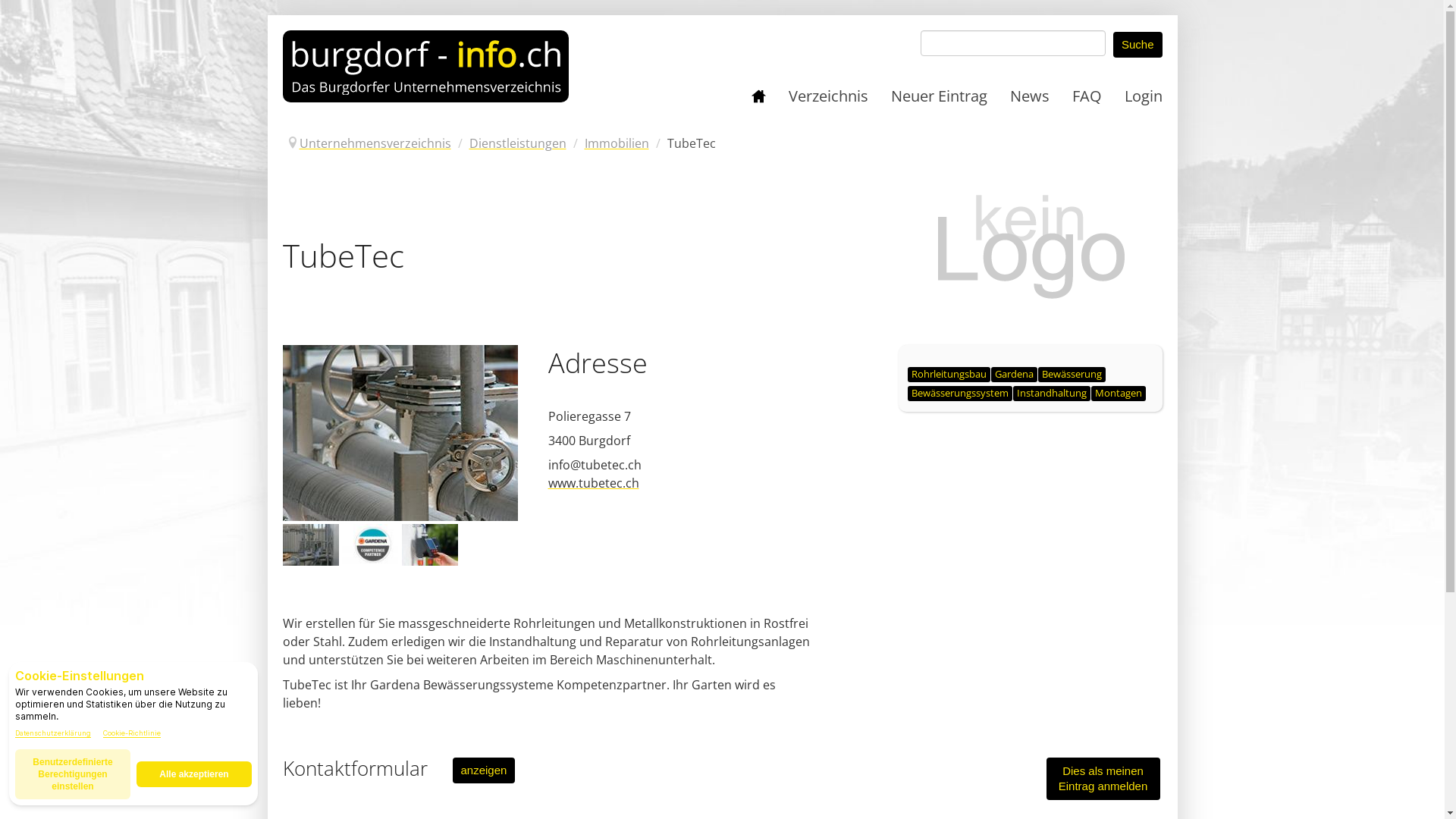  Describe the element at coordinates (1051, 393) in the screenshot. I see `'Instandhaltung'` at that location.